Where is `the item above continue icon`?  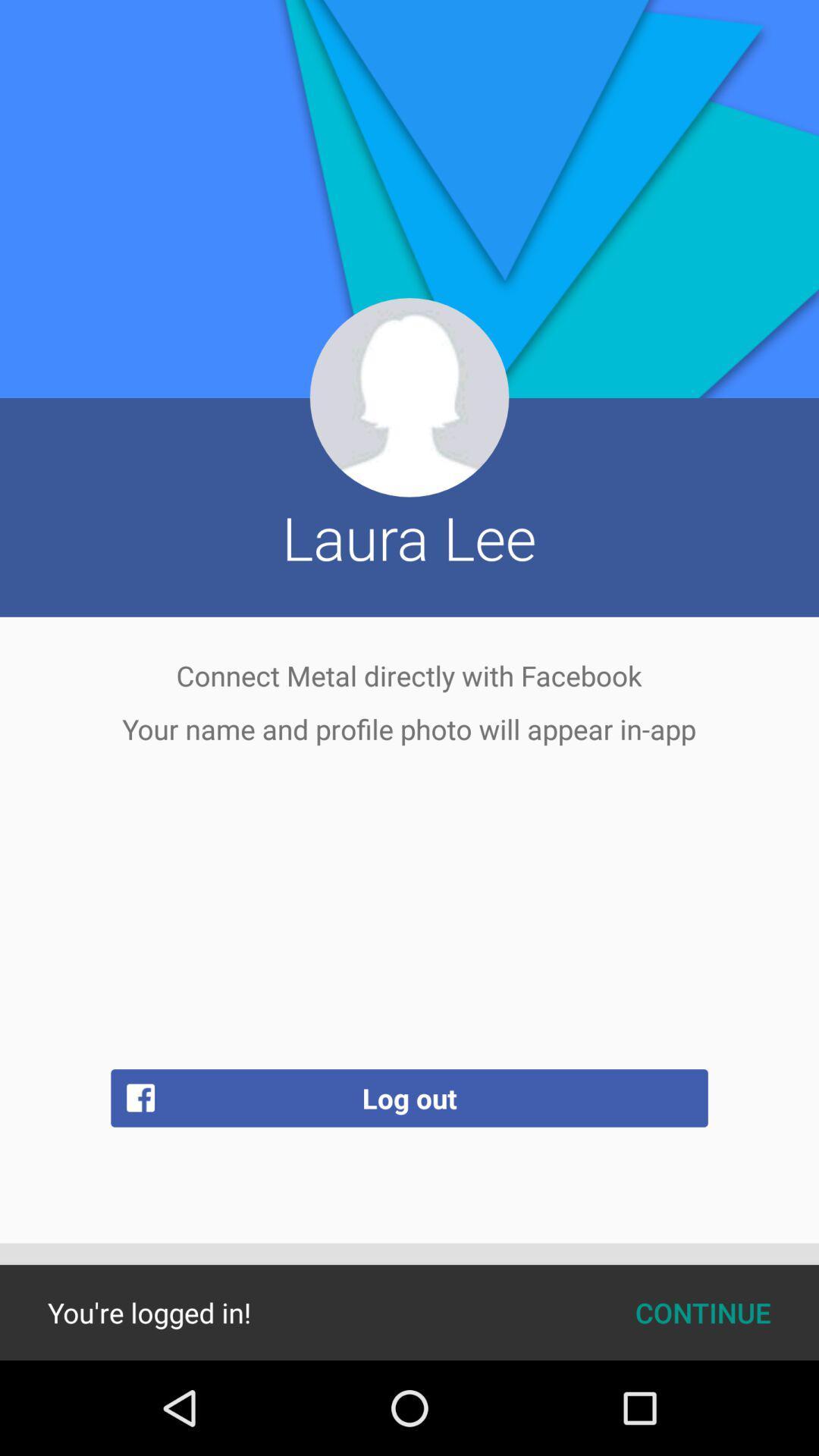 the item above continue icon is located at coordinates (409, 1098).